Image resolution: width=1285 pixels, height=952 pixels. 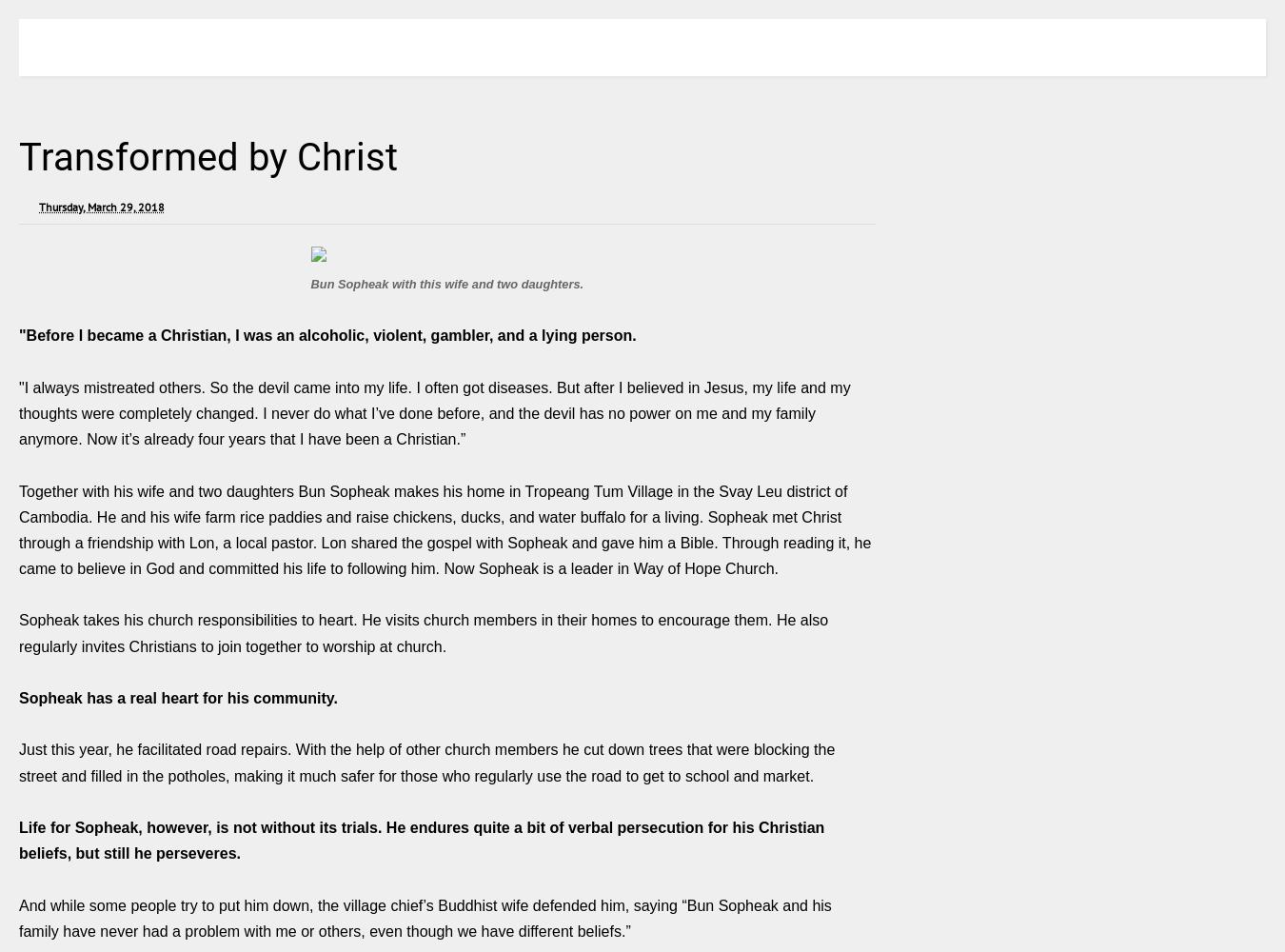 What do you see at coordinates (421, 840) in the screenshot?
I see `'Life for Sopheak, however, is not without its trials. He endures quite a bit of verbal persecution for his Christian beliefs, but still he perseveres.'` at bounding box center [421, 840].